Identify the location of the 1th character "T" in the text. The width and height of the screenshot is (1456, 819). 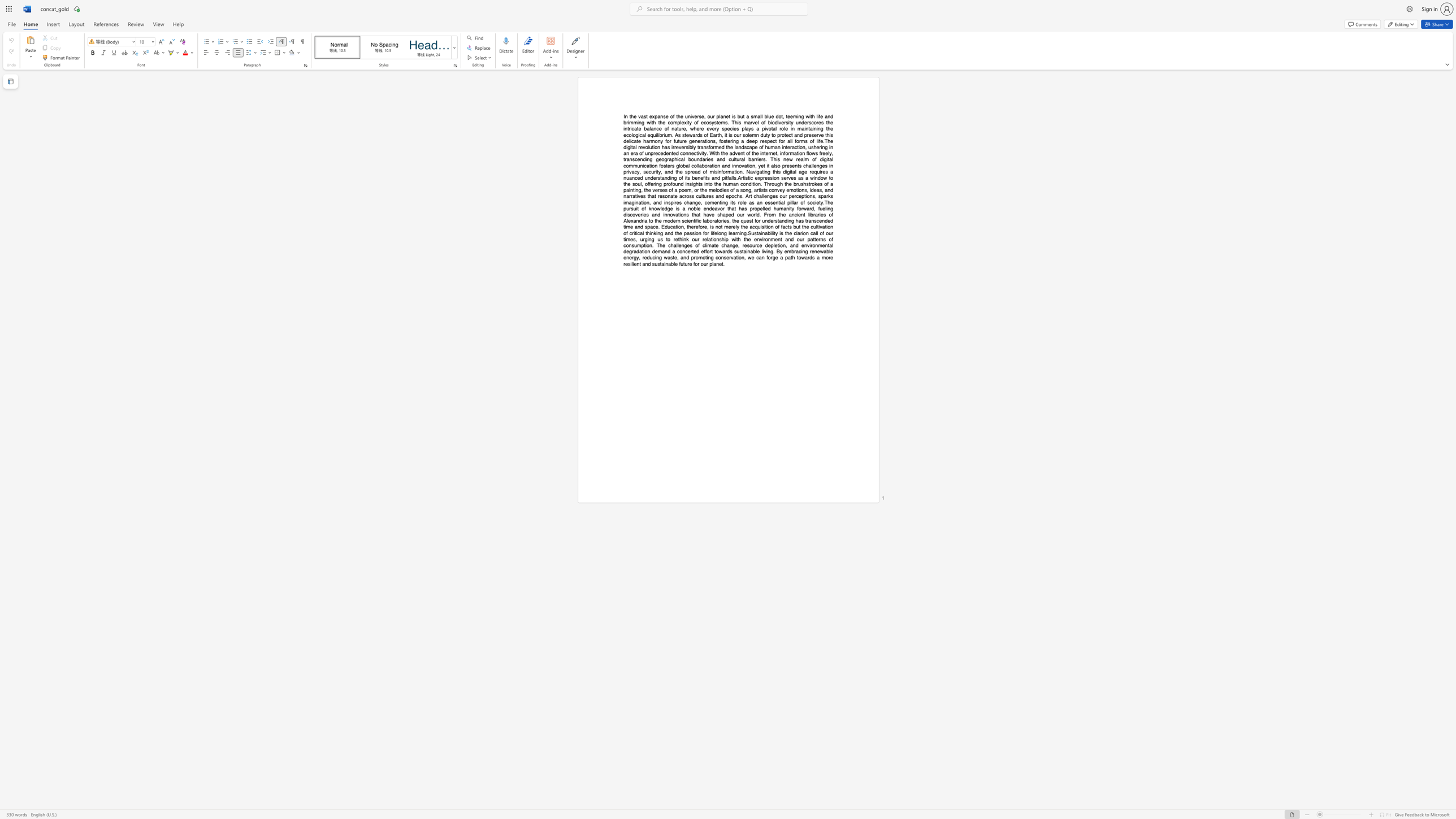
(825, 202).